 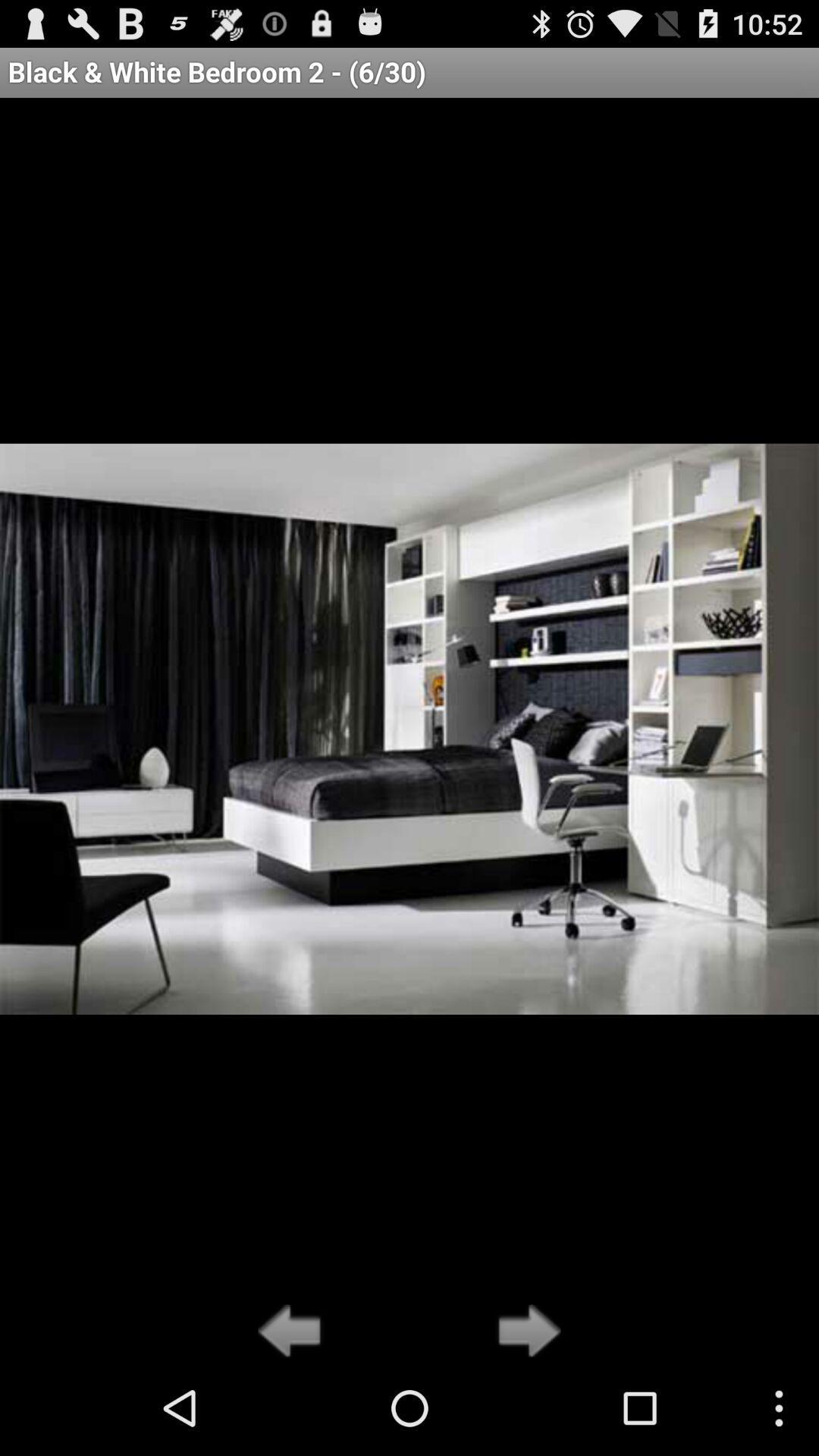 I want to click on forward right, so click(x=524, y=1332).